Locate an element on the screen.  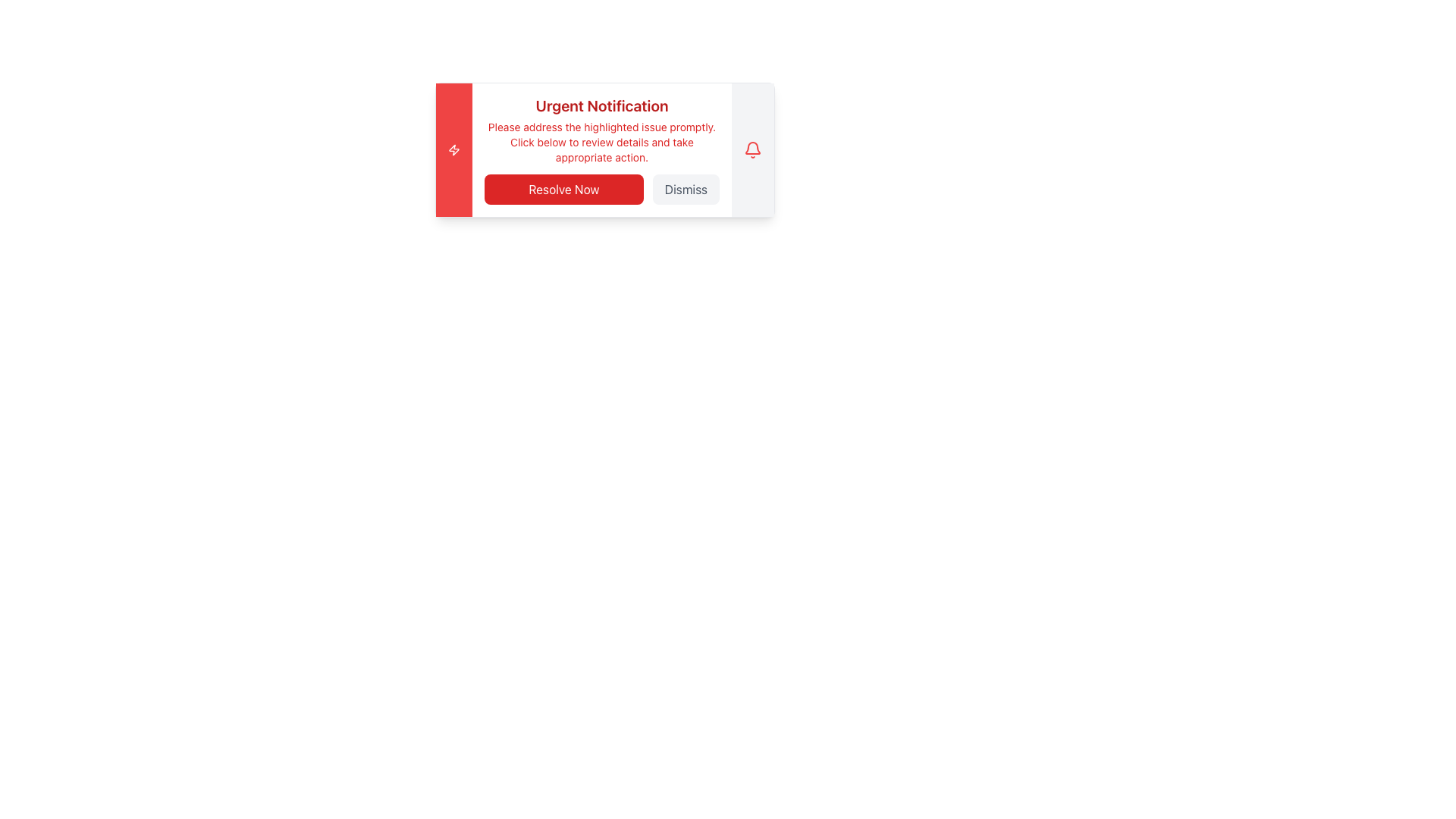
message displayed in red letters below the bold red heading 'Urgent Notification' in the notification panel is located at coordinates (601, 143).